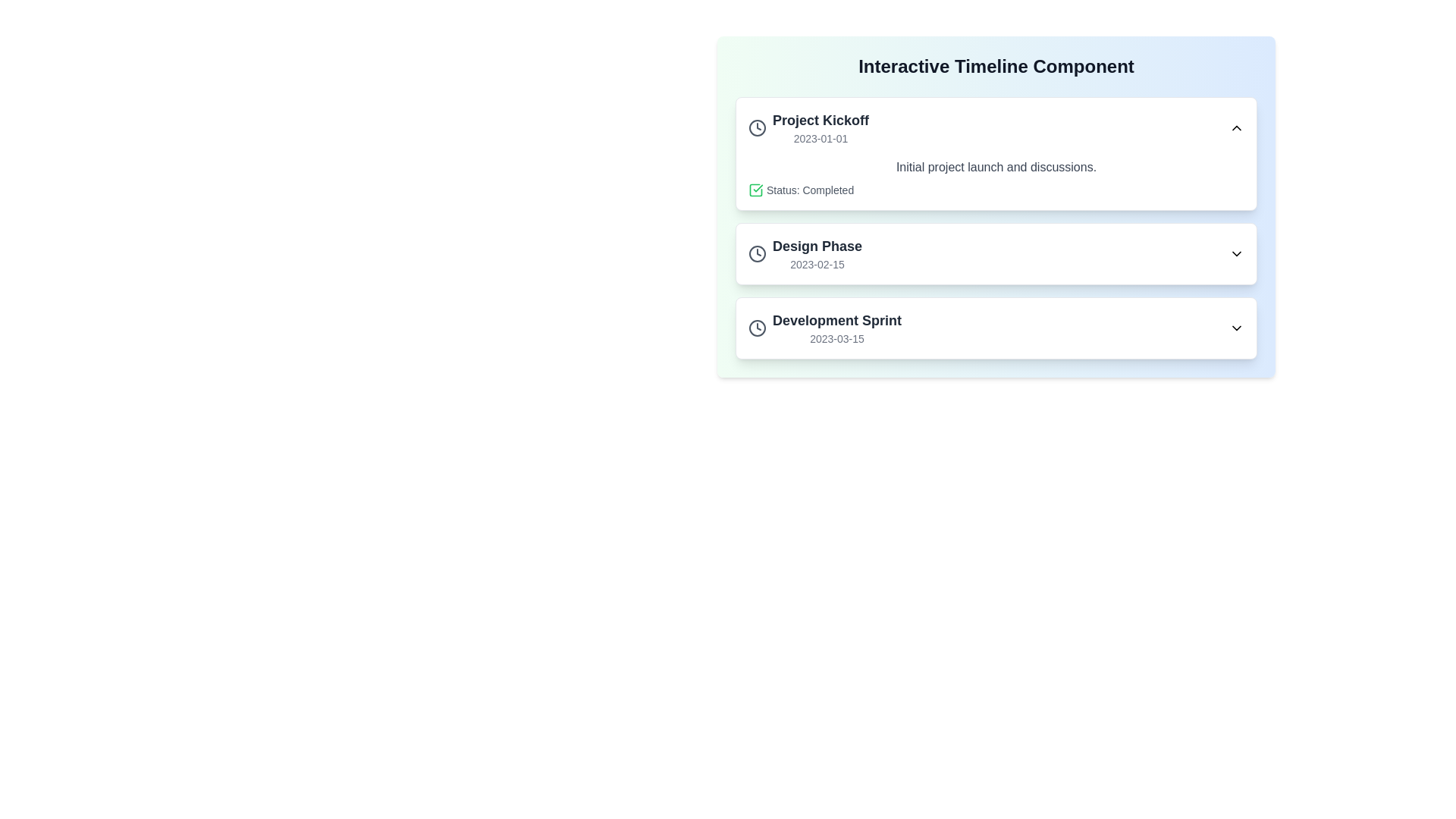 The width and height of the screenshot is (1456, 819). I want to click on the time icon associated with the 'Project Kickoff' event, positioned to the left of the title in the timeline component, so click(757, 127).